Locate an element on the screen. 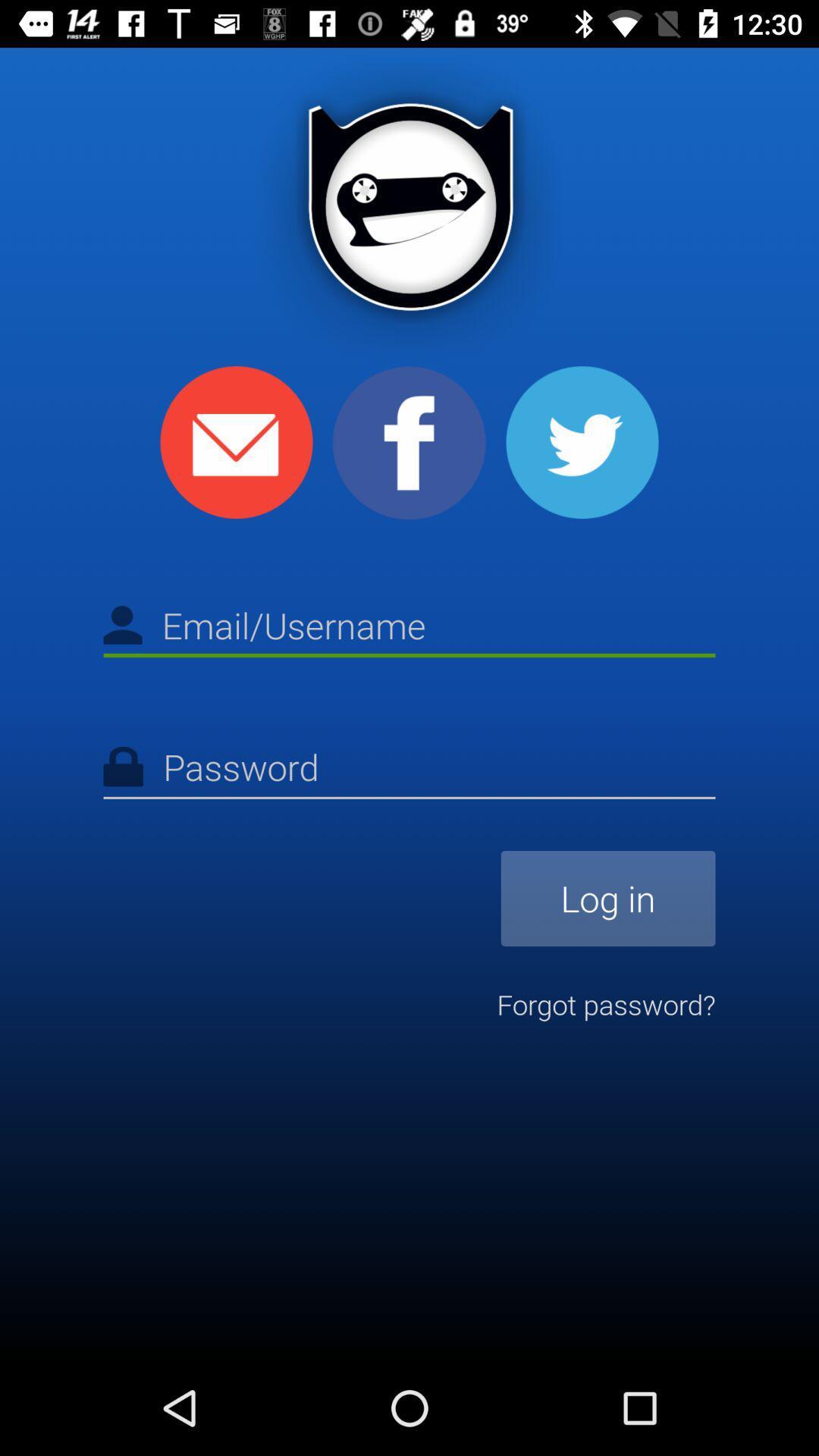  user name is located at coordinates (409, 628).